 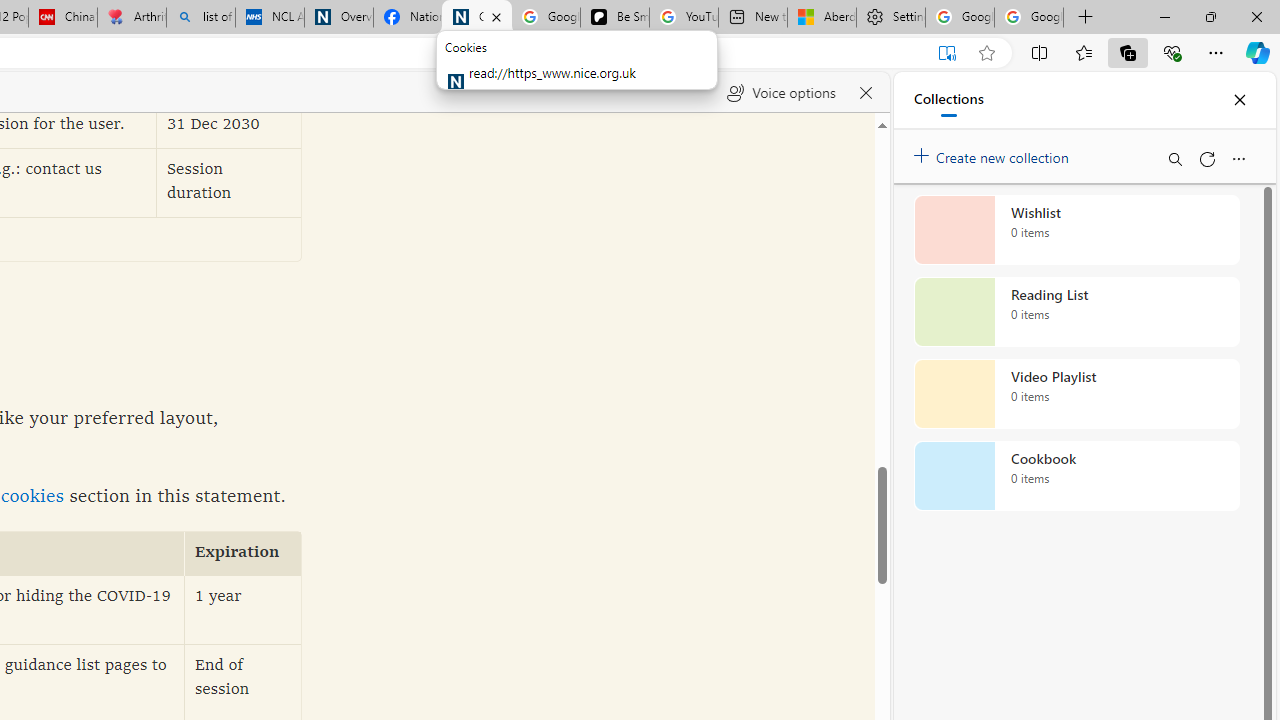 I want to click on 'Enter Immersive Reader (F9)', so click(x=945, y=52).